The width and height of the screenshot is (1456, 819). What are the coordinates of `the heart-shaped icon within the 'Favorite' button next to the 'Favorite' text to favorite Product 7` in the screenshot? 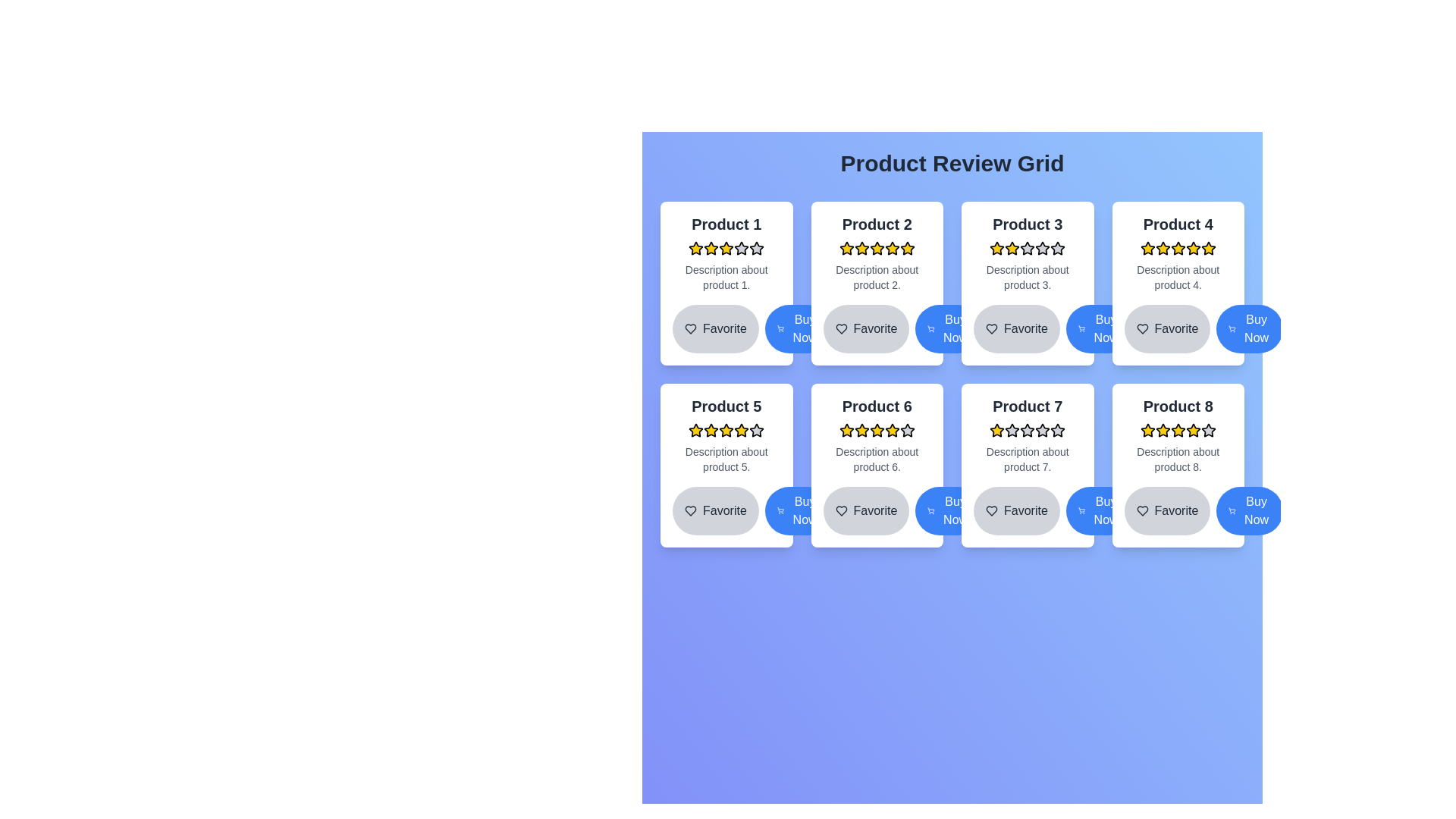 It's located at (992, 511).